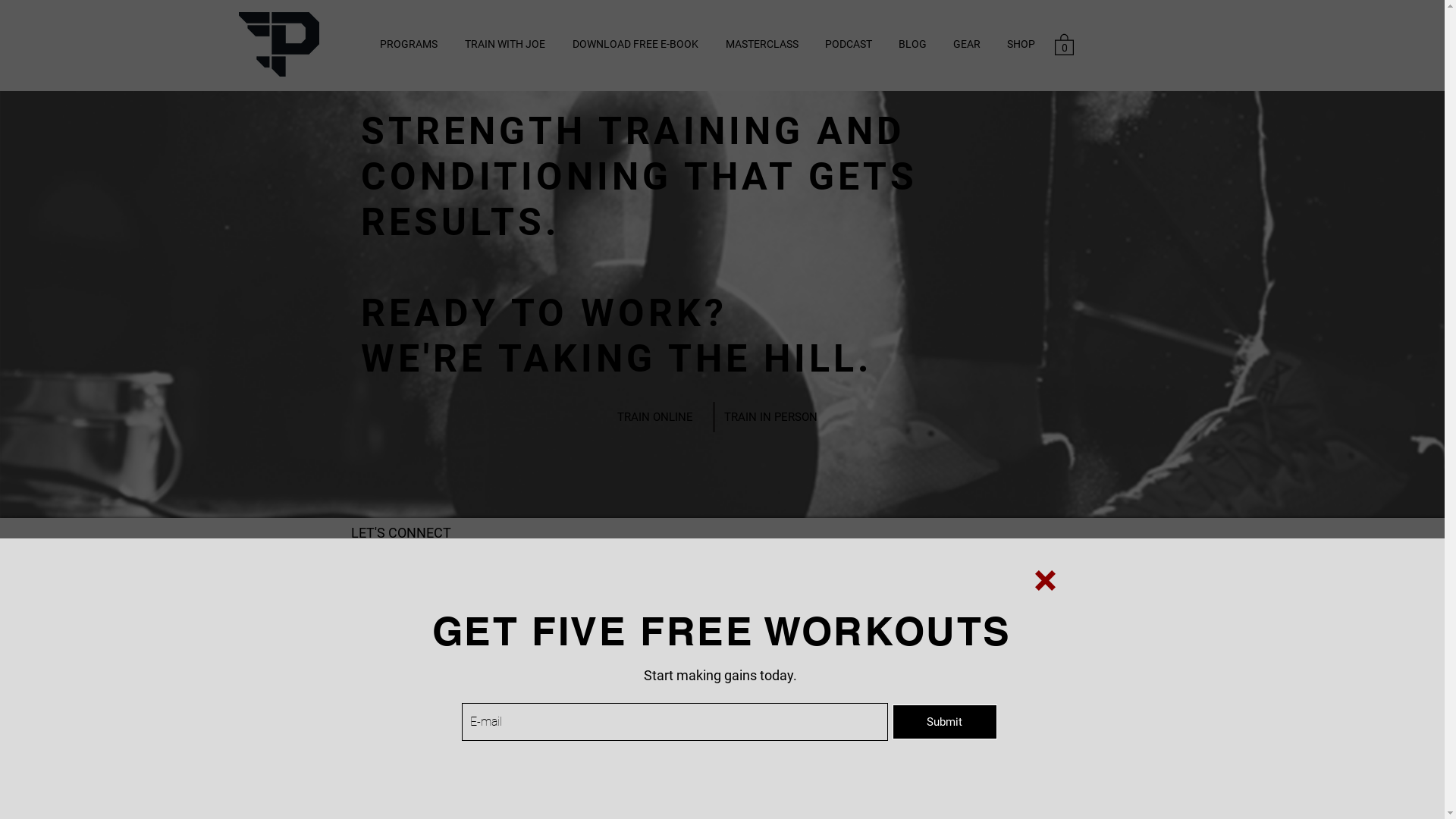 The image size is (1456, 819). Describe the element at coordinates (770, 417) in the screenshot. I see `'TRAIN IN PERSON'` at that location.